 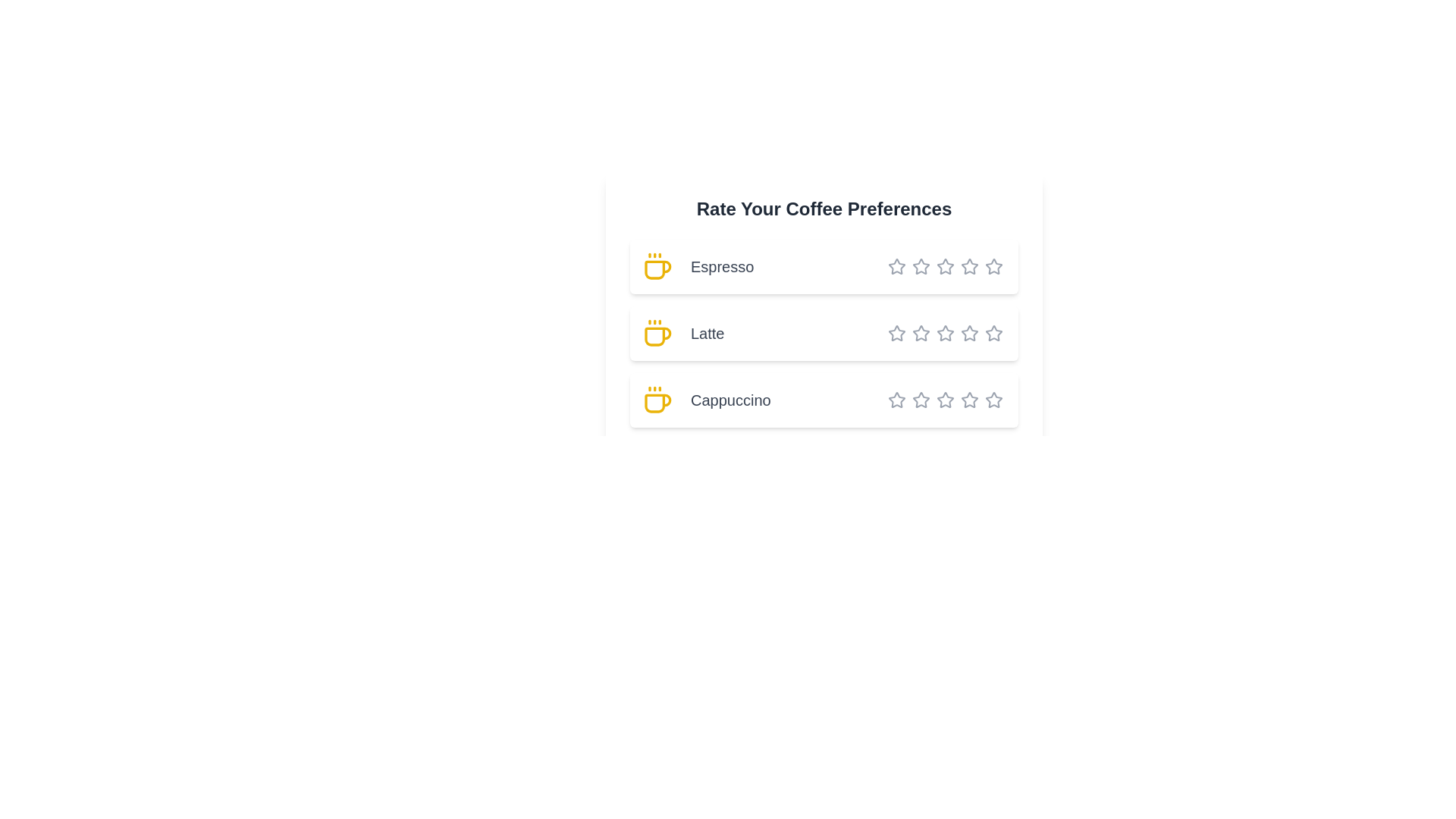 I want to click on the star corresponding to 4 stars for the coffee type Espresso, so click(x=942, y=265).